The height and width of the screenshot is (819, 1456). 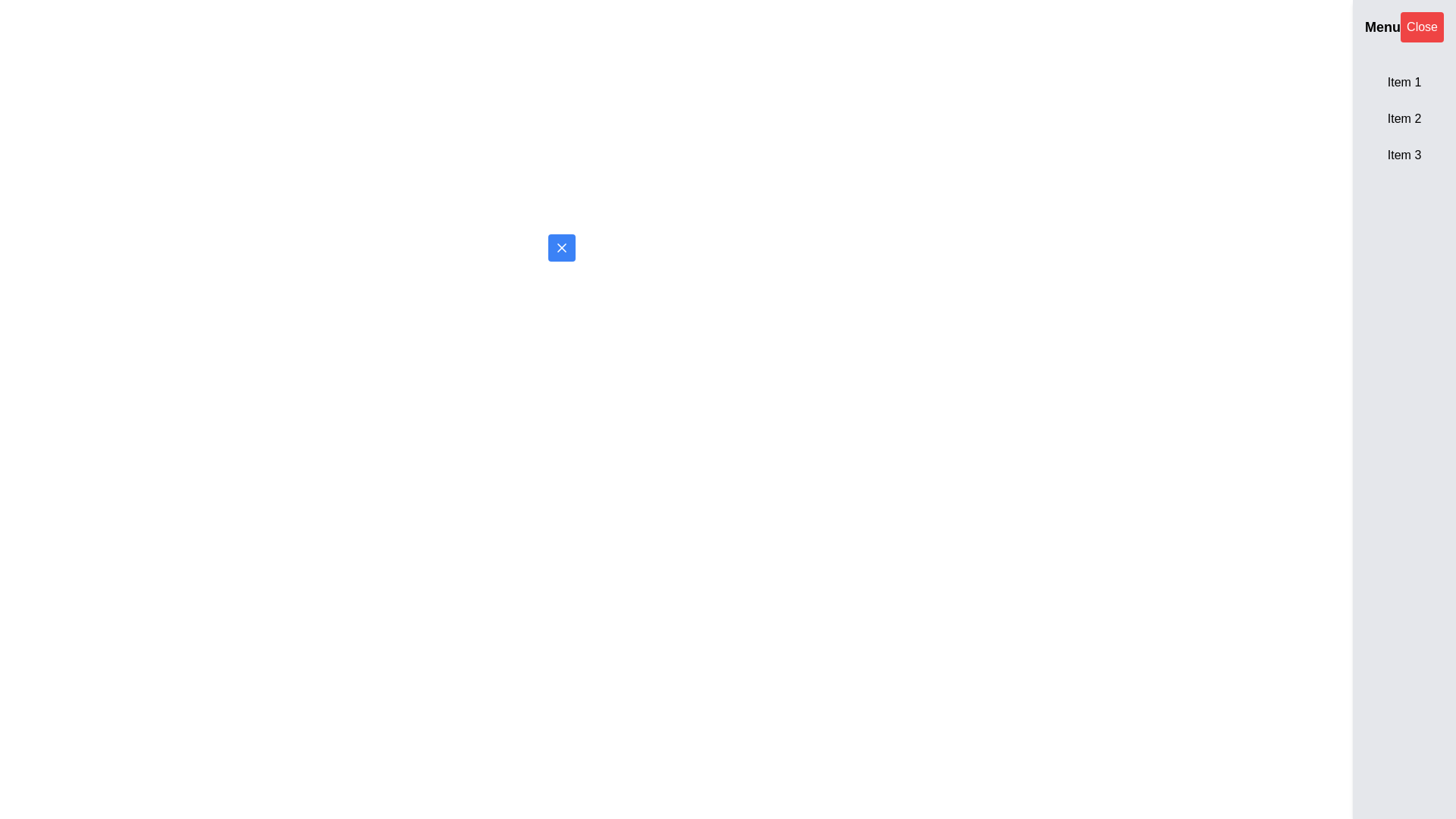 I want to click on the 'Item 1' button located in the sidebar beneath the 'Menu' heading, so click(x=1404, y=82).